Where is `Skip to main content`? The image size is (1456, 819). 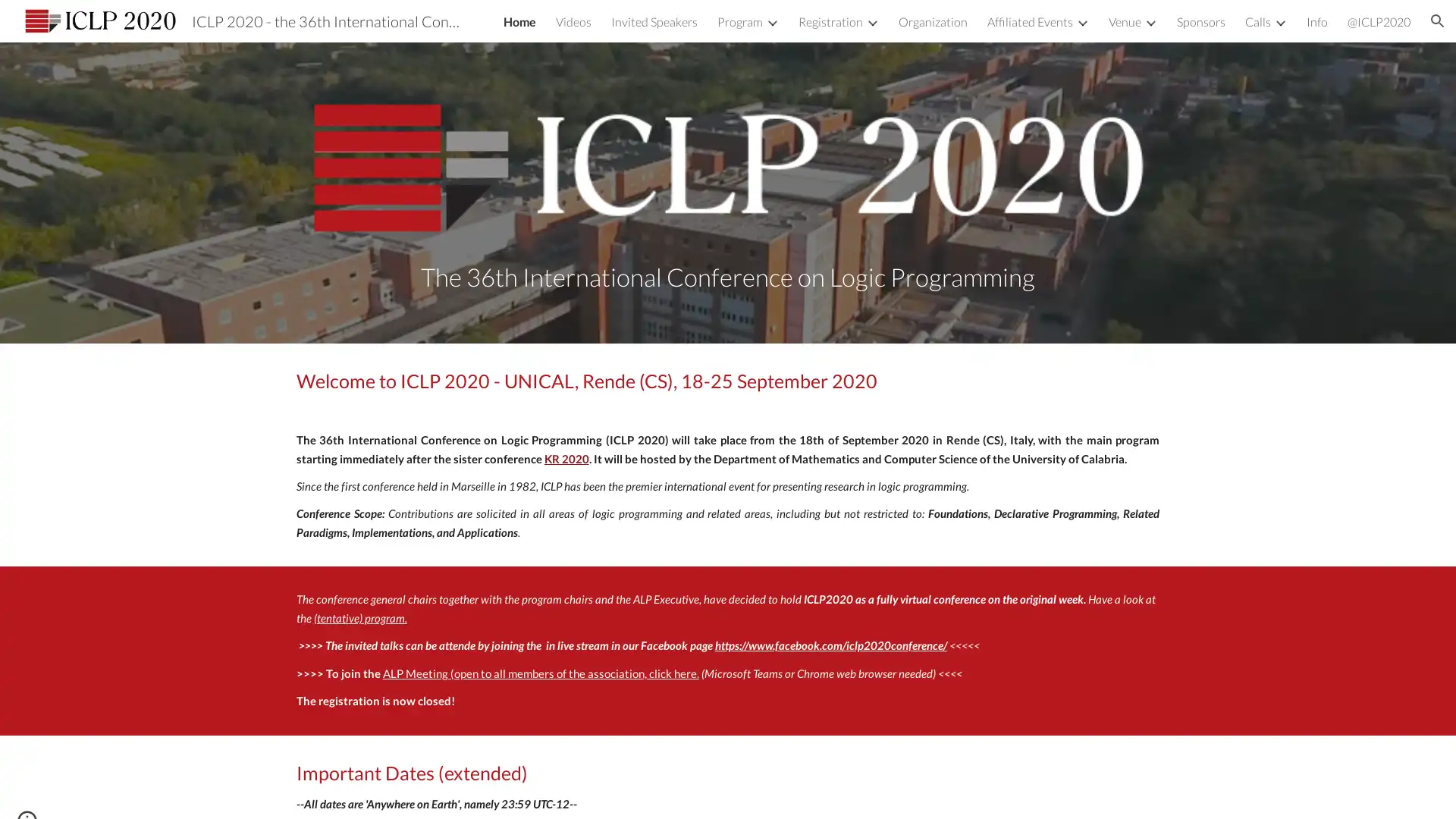 Skip to main content is located at coordinates (597, 28).